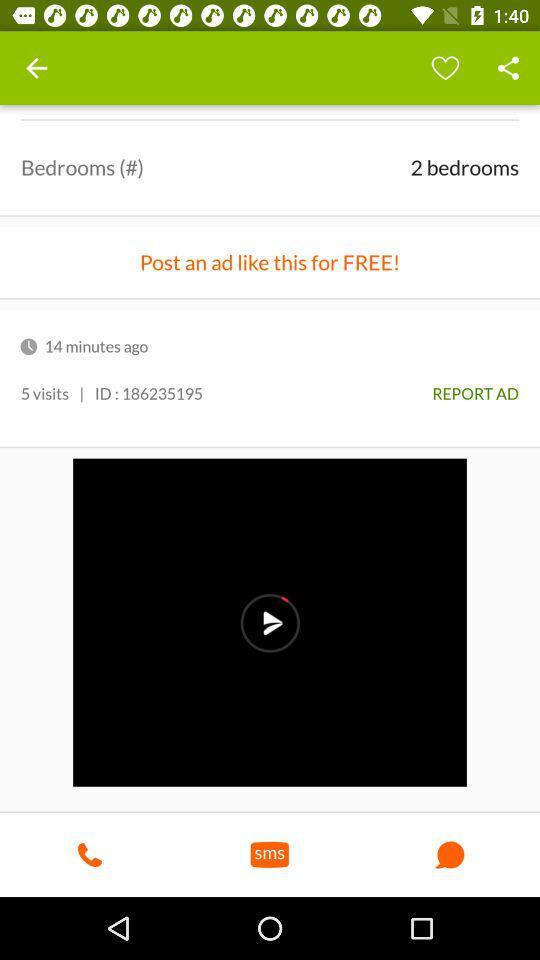 Image resolution: width=540 pixels, height=960 pixels. Describe the element at coordinates (270, 853) in the screenshot. I see `the sms icon on the web page` at that location.